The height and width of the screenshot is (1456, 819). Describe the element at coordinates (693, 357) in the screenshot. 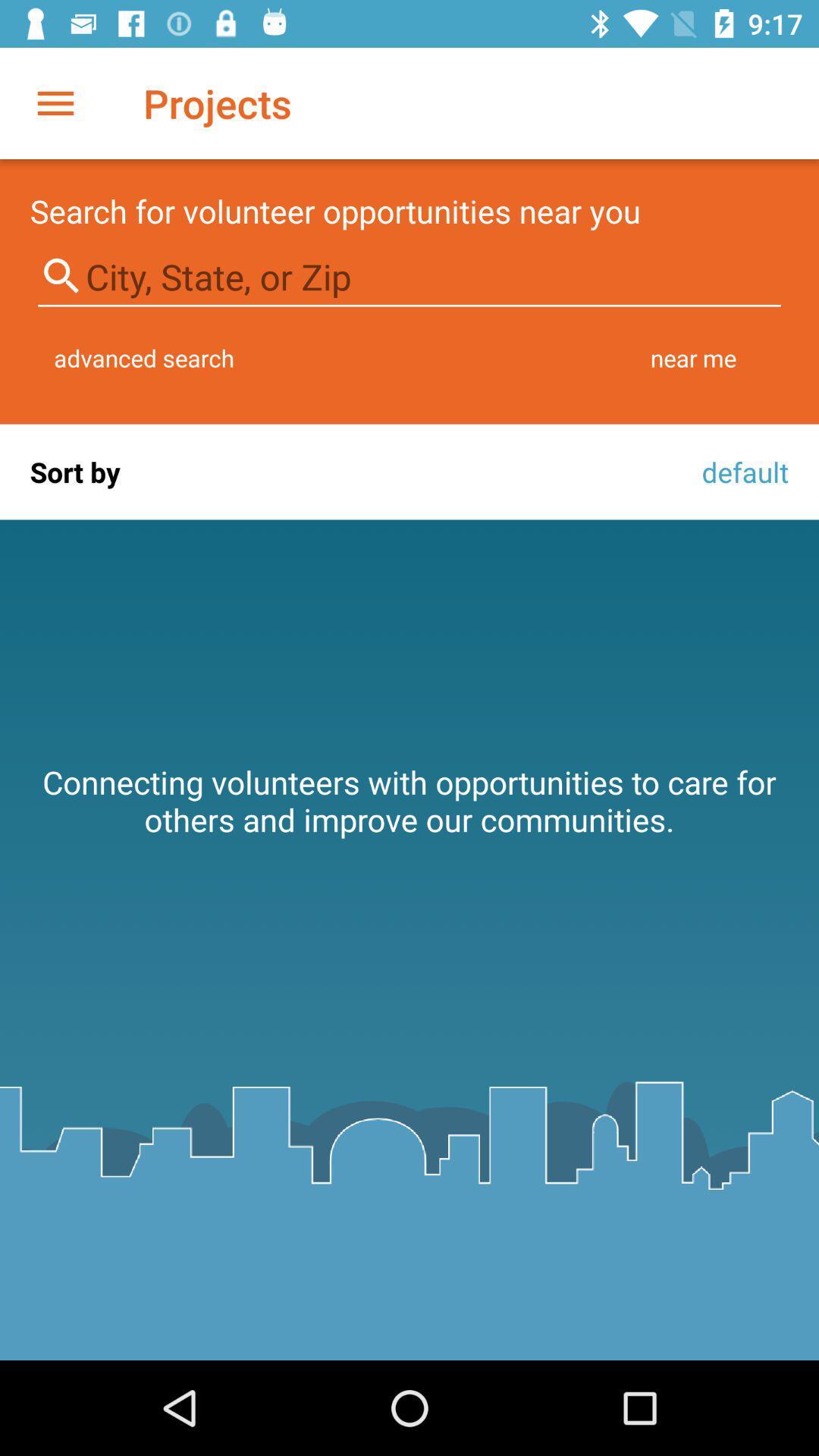

I see `the item above default icon` at that location.